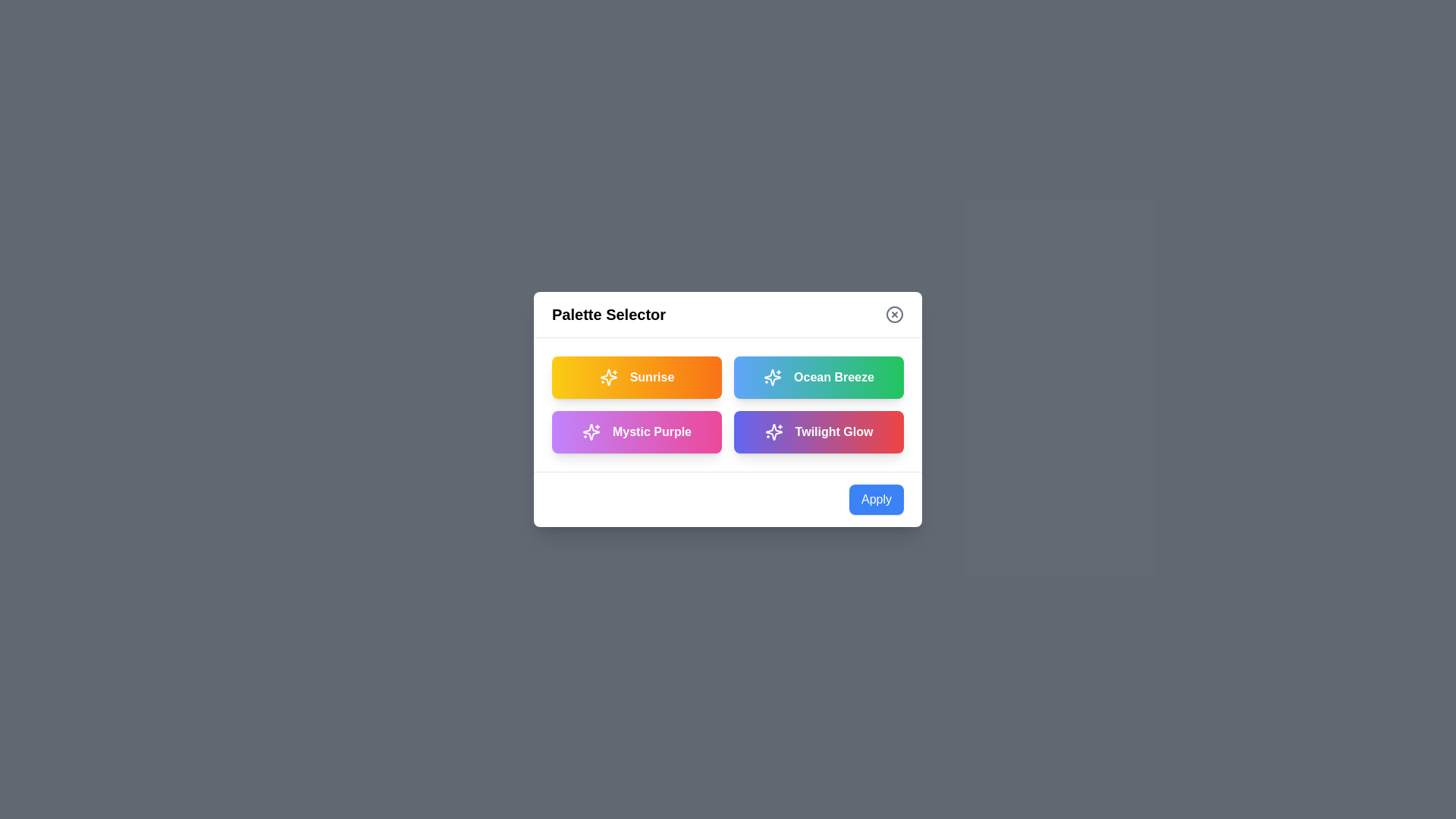  I want to click on the palette card labeled Sunrise to select it, so click(637, 376).